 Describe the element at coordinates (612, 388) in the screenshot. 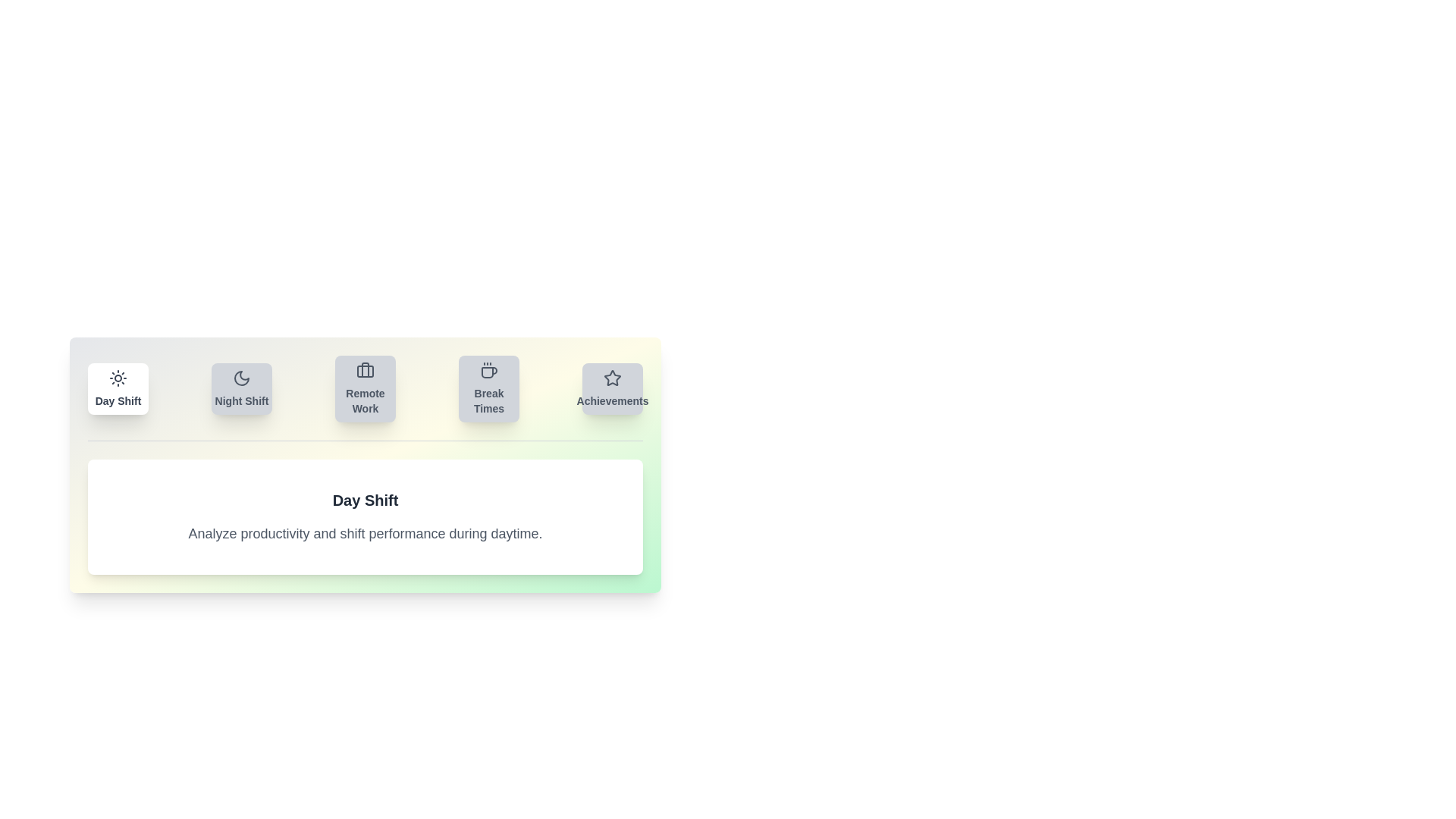

I see `the tab labeled Achievements to view its content` at that location.